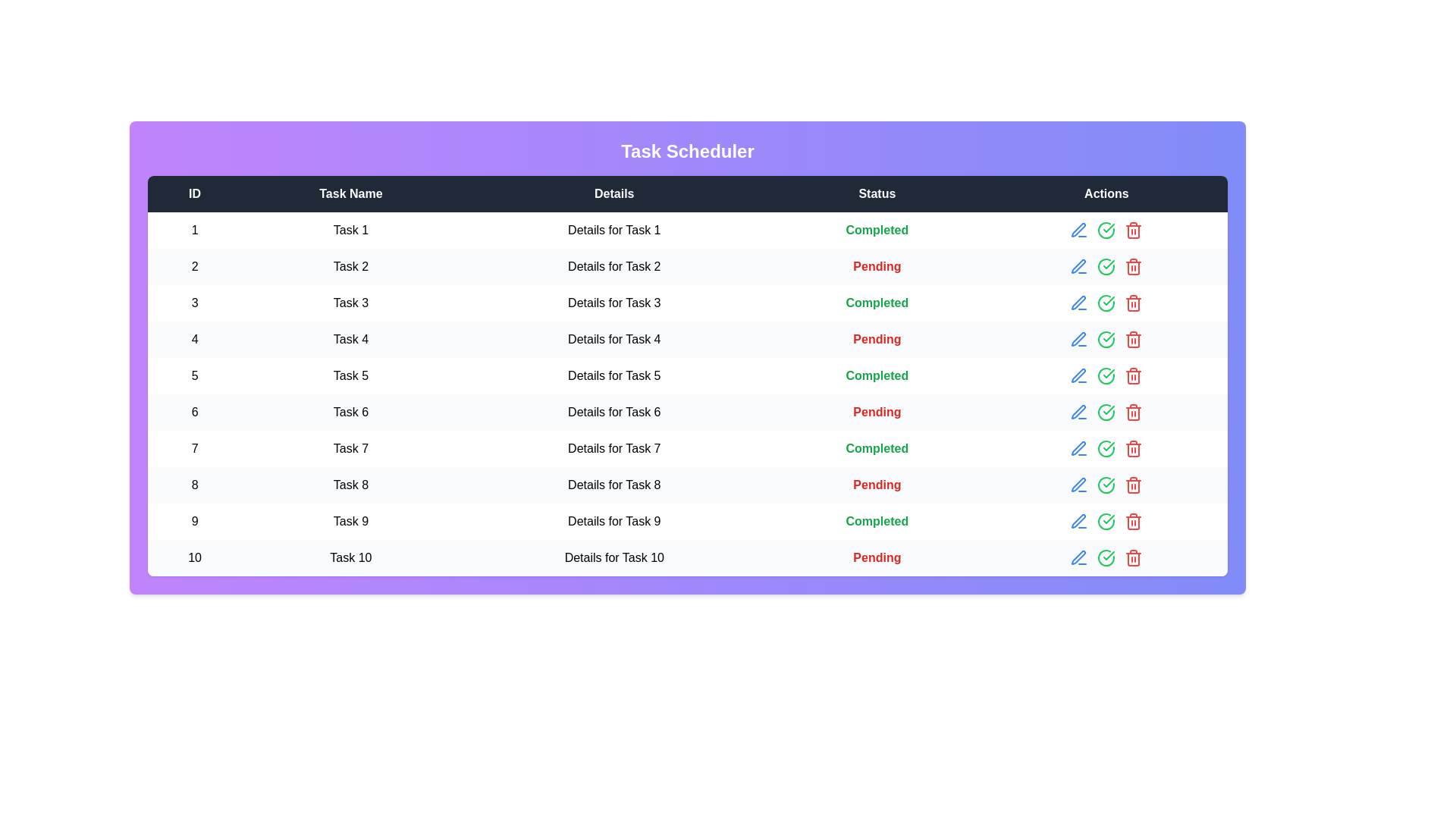 The height and width of the screenshot is (819, 1456). What do you see at coordinates (1106, 193) in the screenshot?
I see `the column header Actions to sort the tasks by that column` at bounding box center [1106, 193].